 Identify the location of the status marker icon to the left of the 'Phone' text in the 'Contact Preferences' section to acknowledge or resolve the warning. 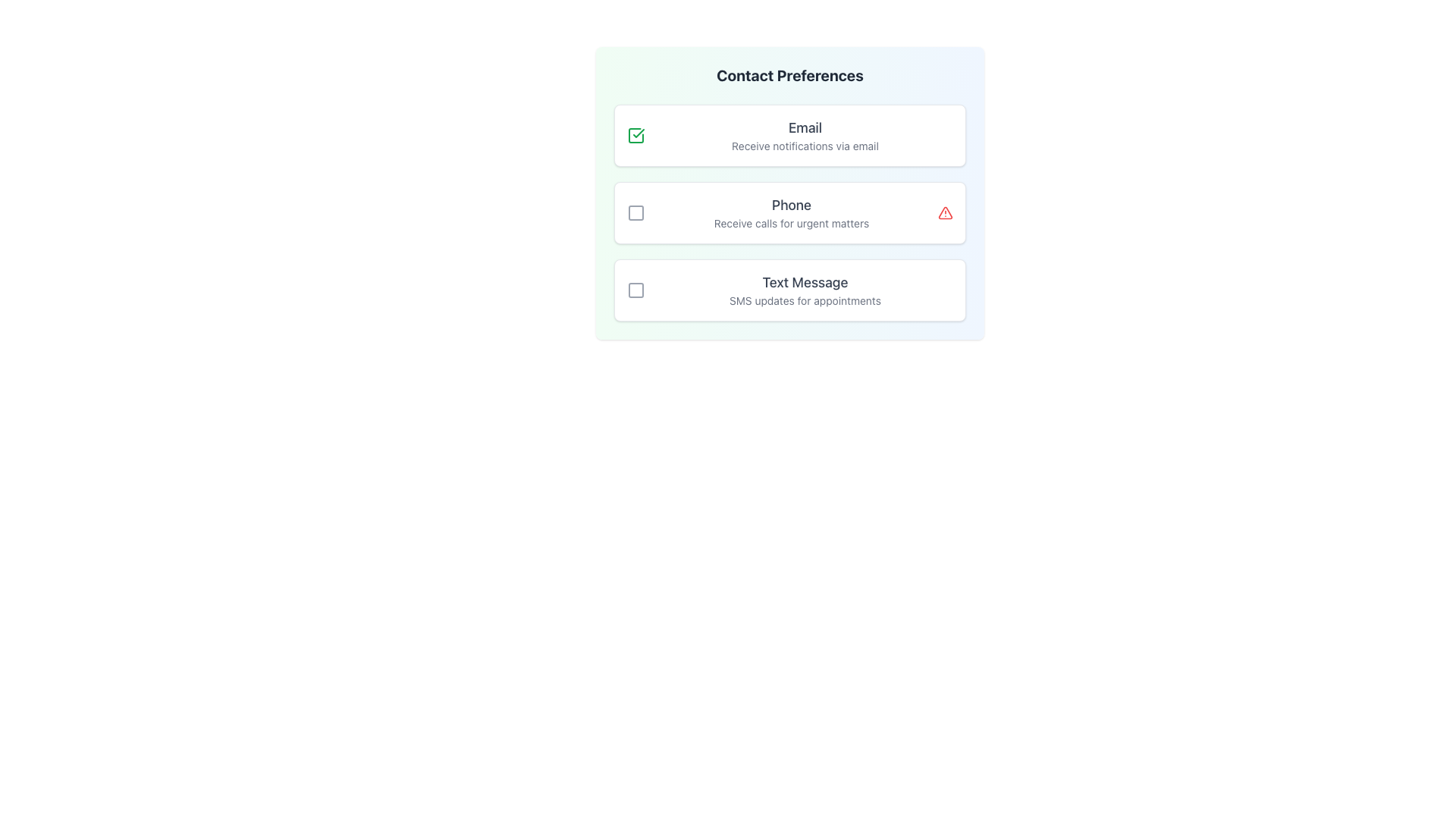
(636, 213).